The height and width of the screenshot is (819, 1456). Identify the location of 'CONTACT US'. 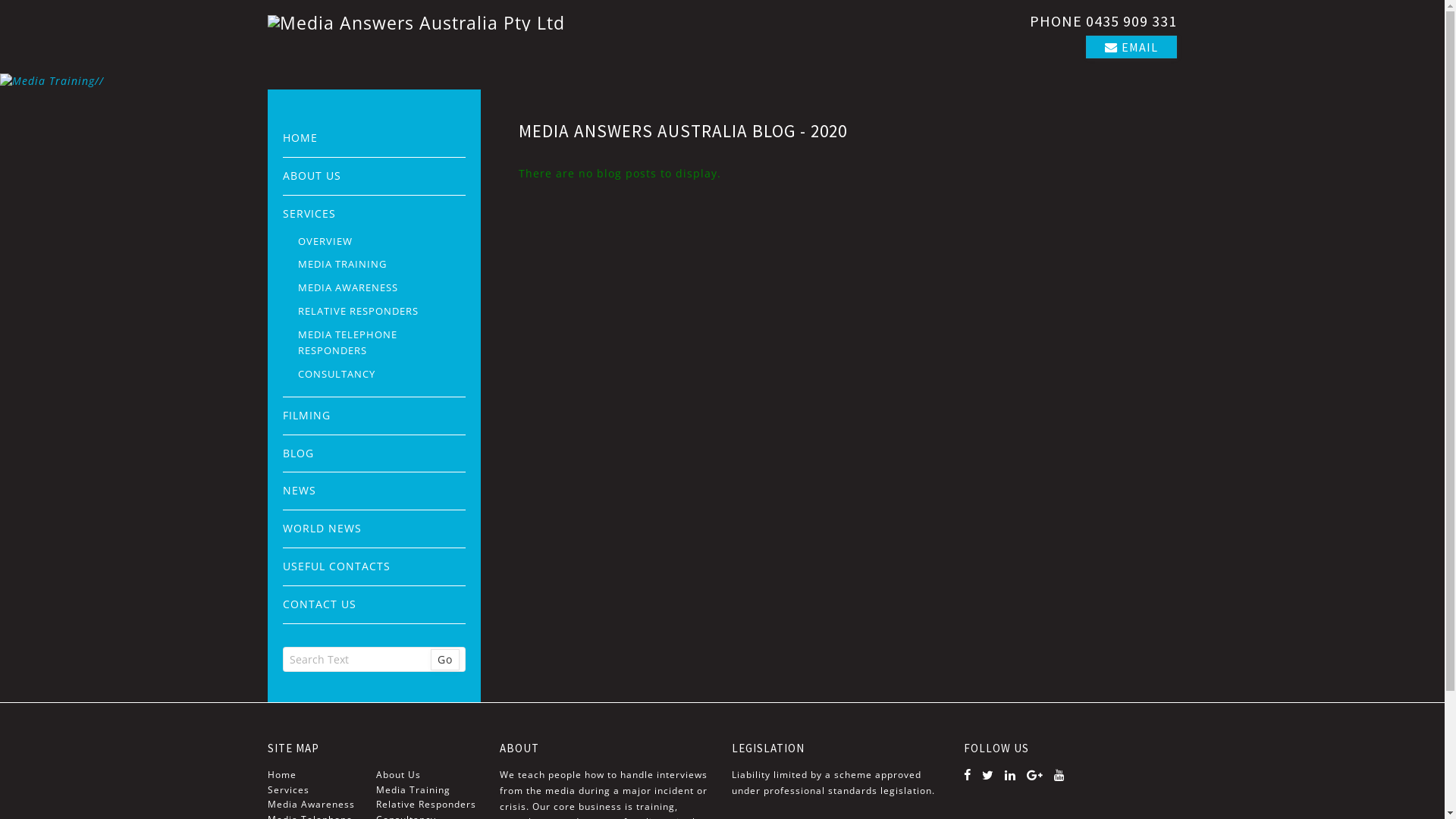
(374, 604).